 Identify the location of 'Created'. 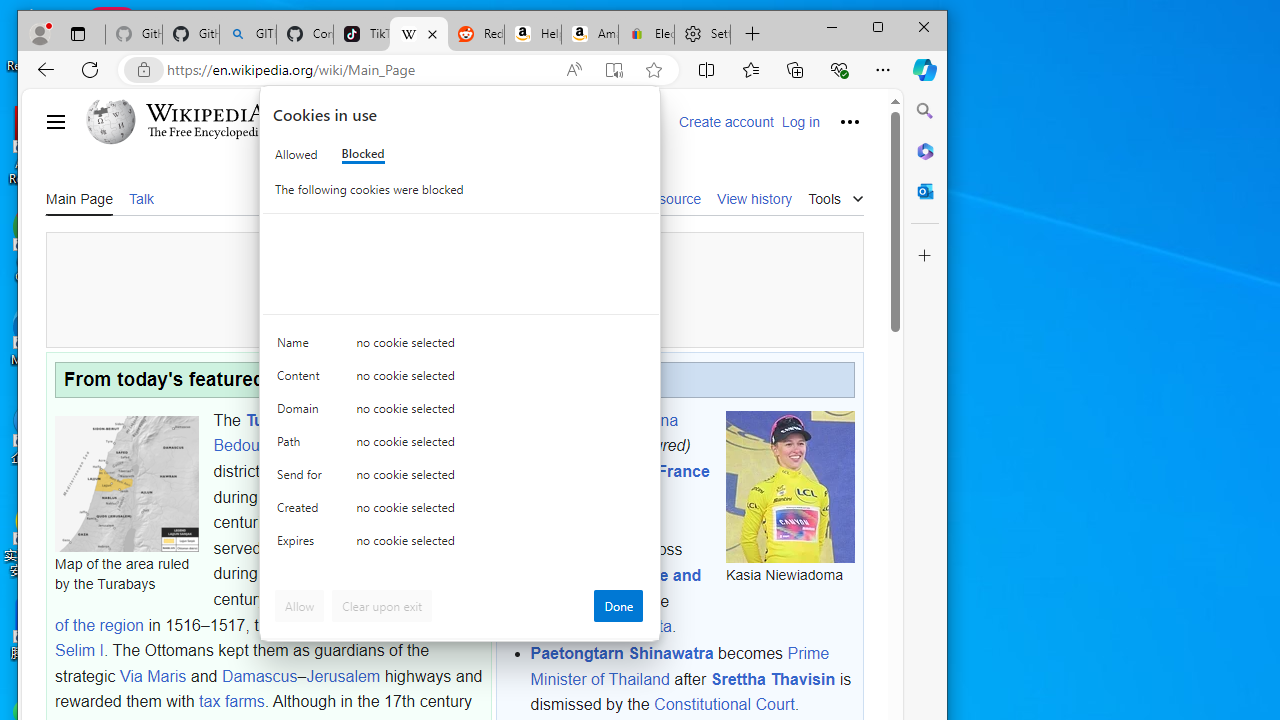
(301, 511).